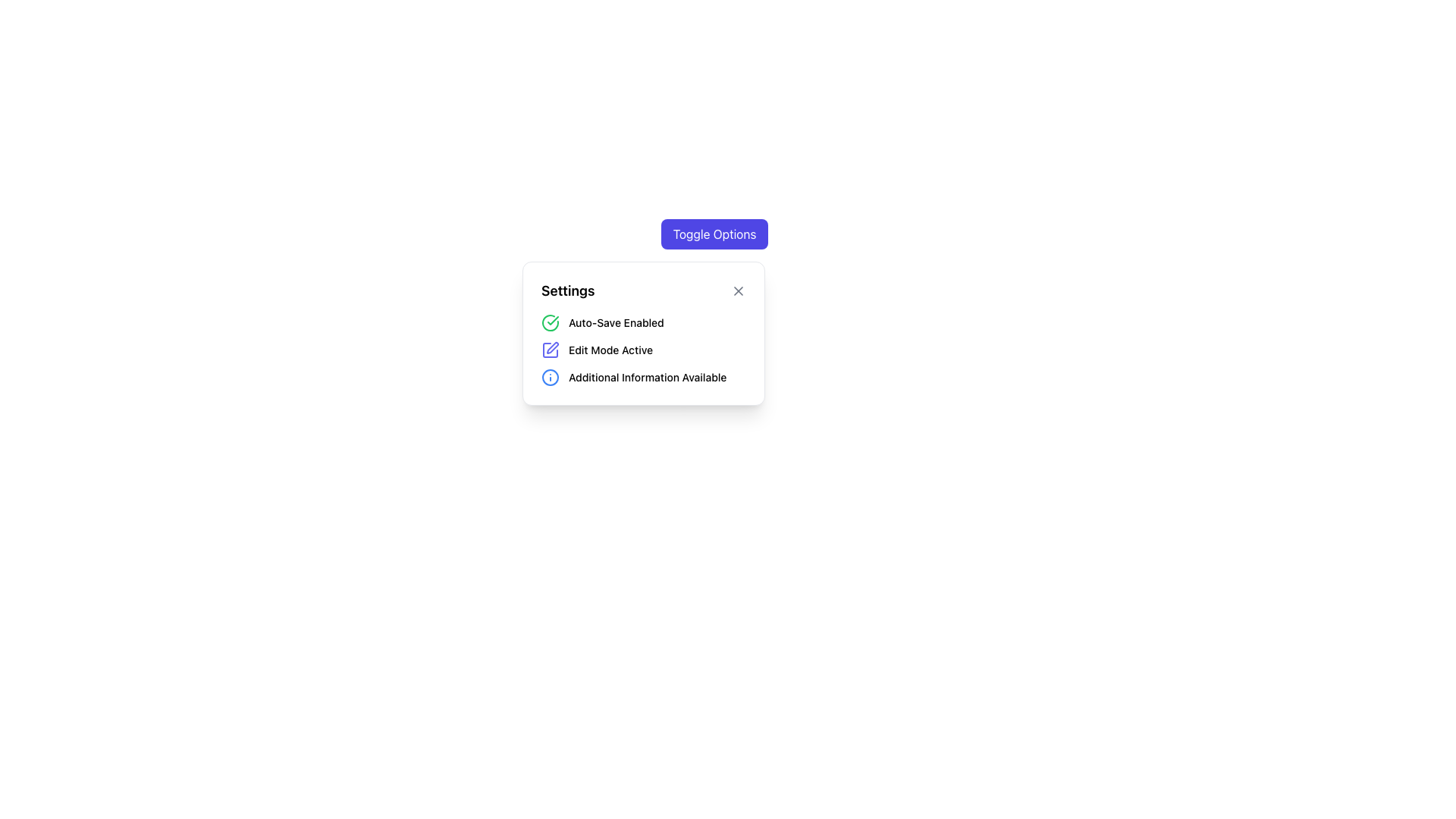 The image size is (1456, 819). What do you see at coordinates (644, 376) in the screenshot?
I see `the non-interactive Text Label with Icon located below the 'Edit Mode Active' row in the settings panel` at bounding box center [644, 376].